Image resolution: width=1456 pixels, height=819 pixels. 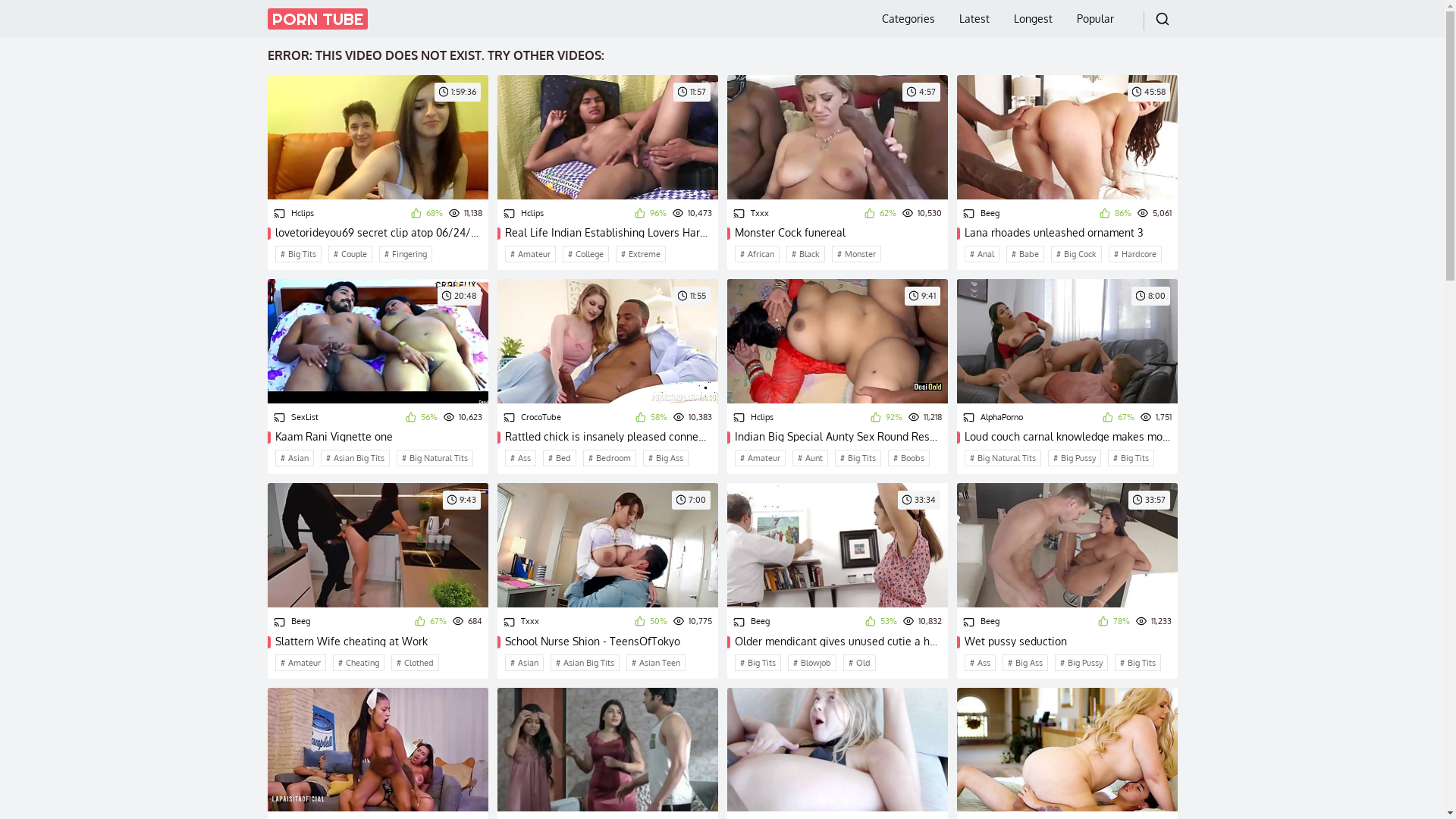 What do you see at coordinates (530, 253) in the screenshot?
I see `'Amateur'` at bounding box center [530, 253].